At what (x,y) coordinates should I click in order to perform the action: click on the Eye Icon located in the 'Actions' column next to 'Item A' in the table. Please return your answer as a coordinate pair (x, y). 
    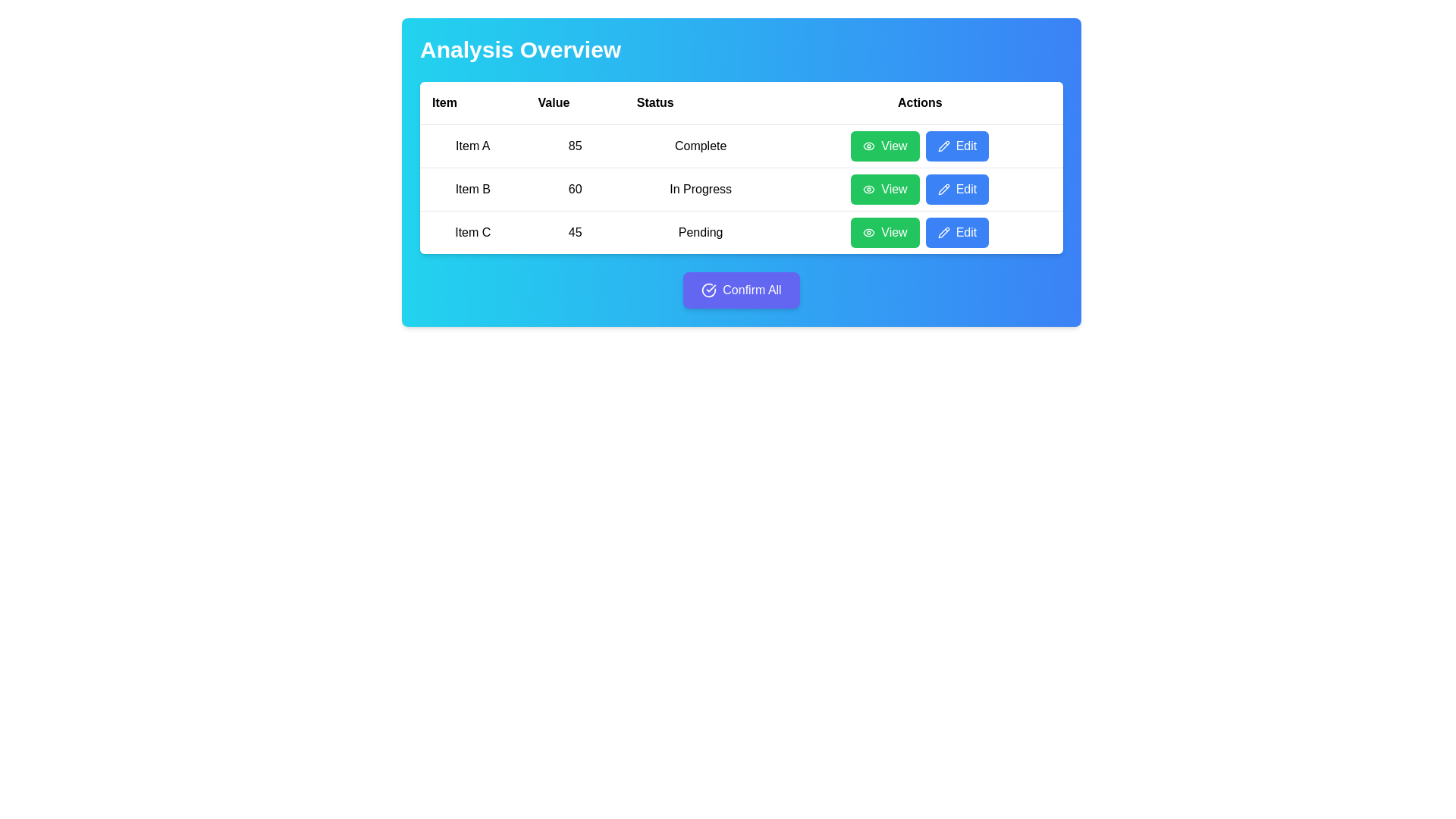
    Looking at the image, I should click on (869, 146).